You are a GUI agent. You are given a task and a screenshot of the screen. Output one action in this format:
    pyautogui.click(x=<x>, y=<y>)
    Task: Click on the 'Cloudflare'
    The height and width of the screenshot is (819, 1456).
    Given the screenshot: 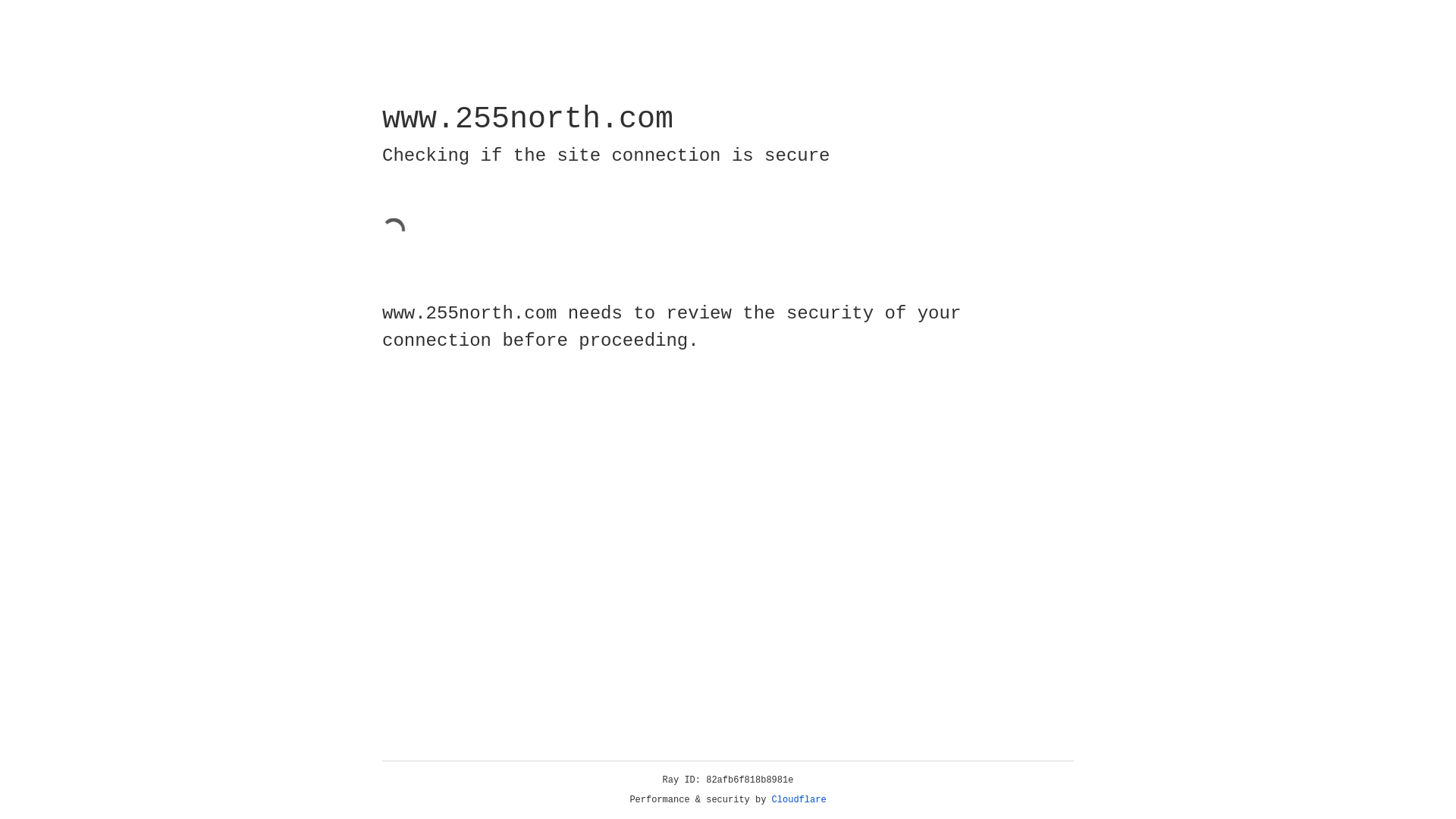 What is the action you would take?
    pyautogui.click(x=799, y=799)
    